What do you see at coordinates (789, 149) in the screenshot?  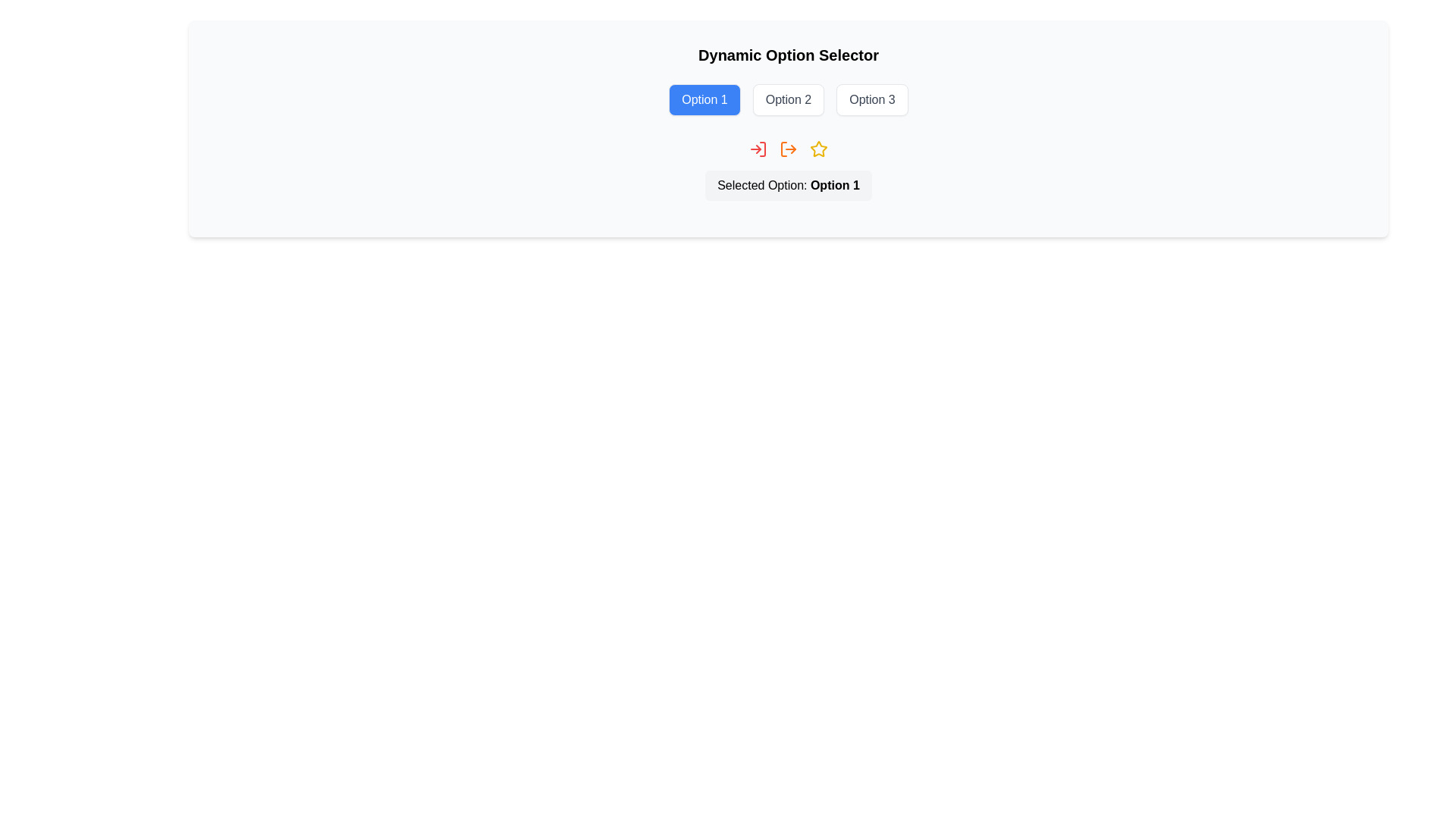 I see `the log-out icon, which is the third item in a horizontal group of icons located below Option 1, Option 2, and Option 3` at bounding box center [789, 149].